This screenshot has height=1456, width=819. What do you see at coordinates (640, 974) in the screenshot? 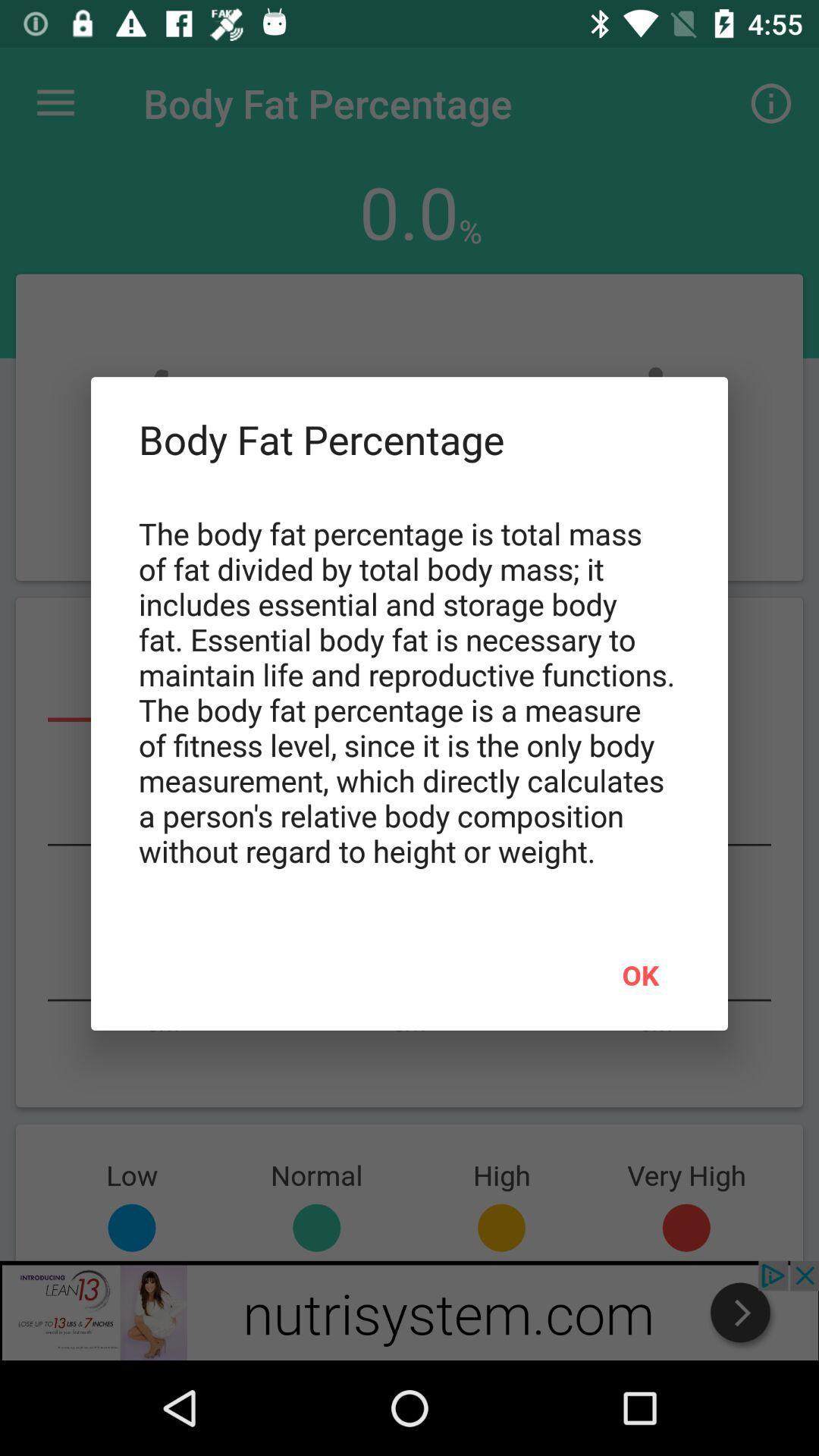
I see `the item below the body fat icon` at bounding box center [640, 974].